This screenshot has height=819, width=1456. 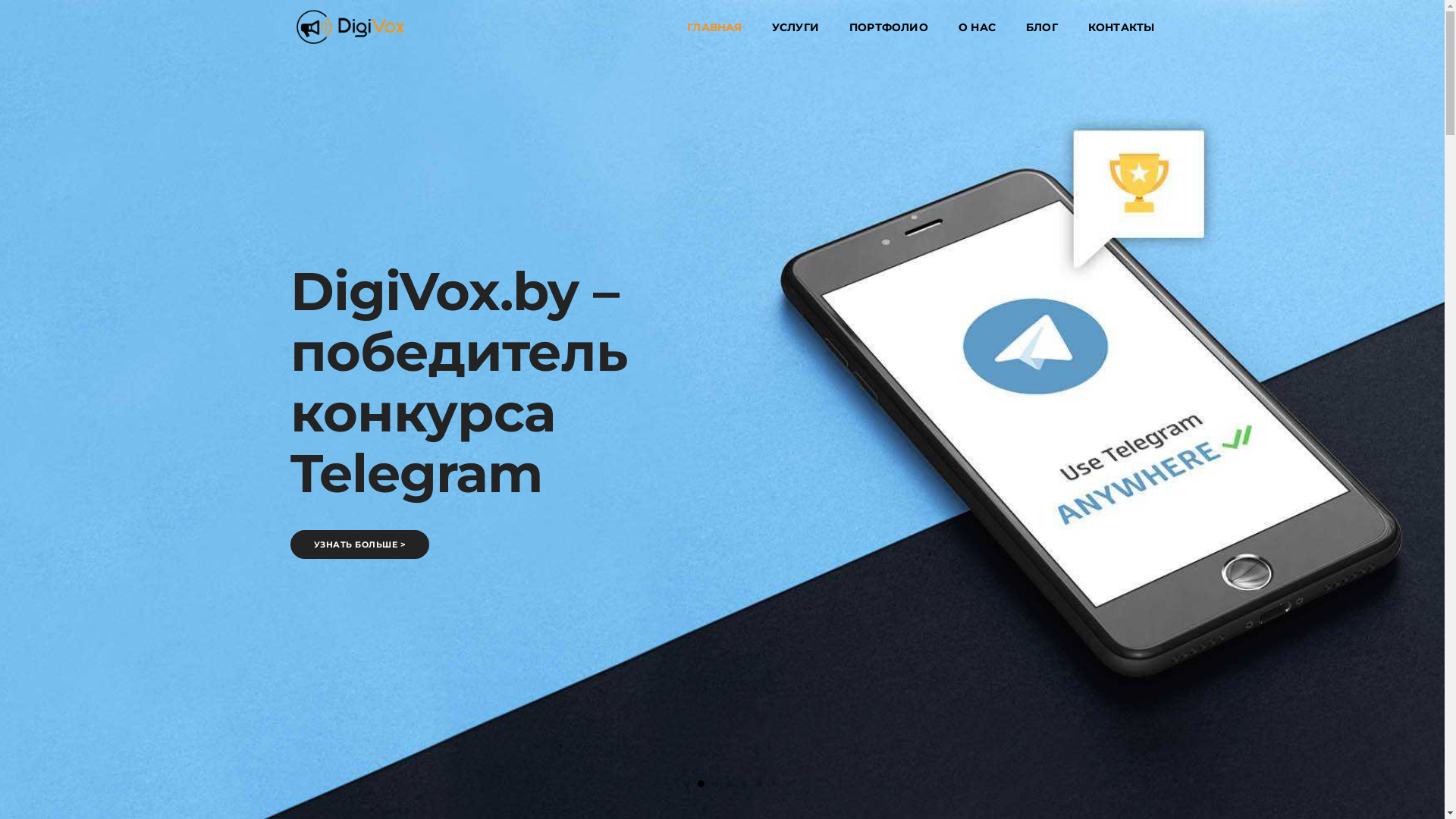 What do you see at coordinates (348, 26) in the screenshot?
I see `'digivox.by'` at bounding box center [348, 26].